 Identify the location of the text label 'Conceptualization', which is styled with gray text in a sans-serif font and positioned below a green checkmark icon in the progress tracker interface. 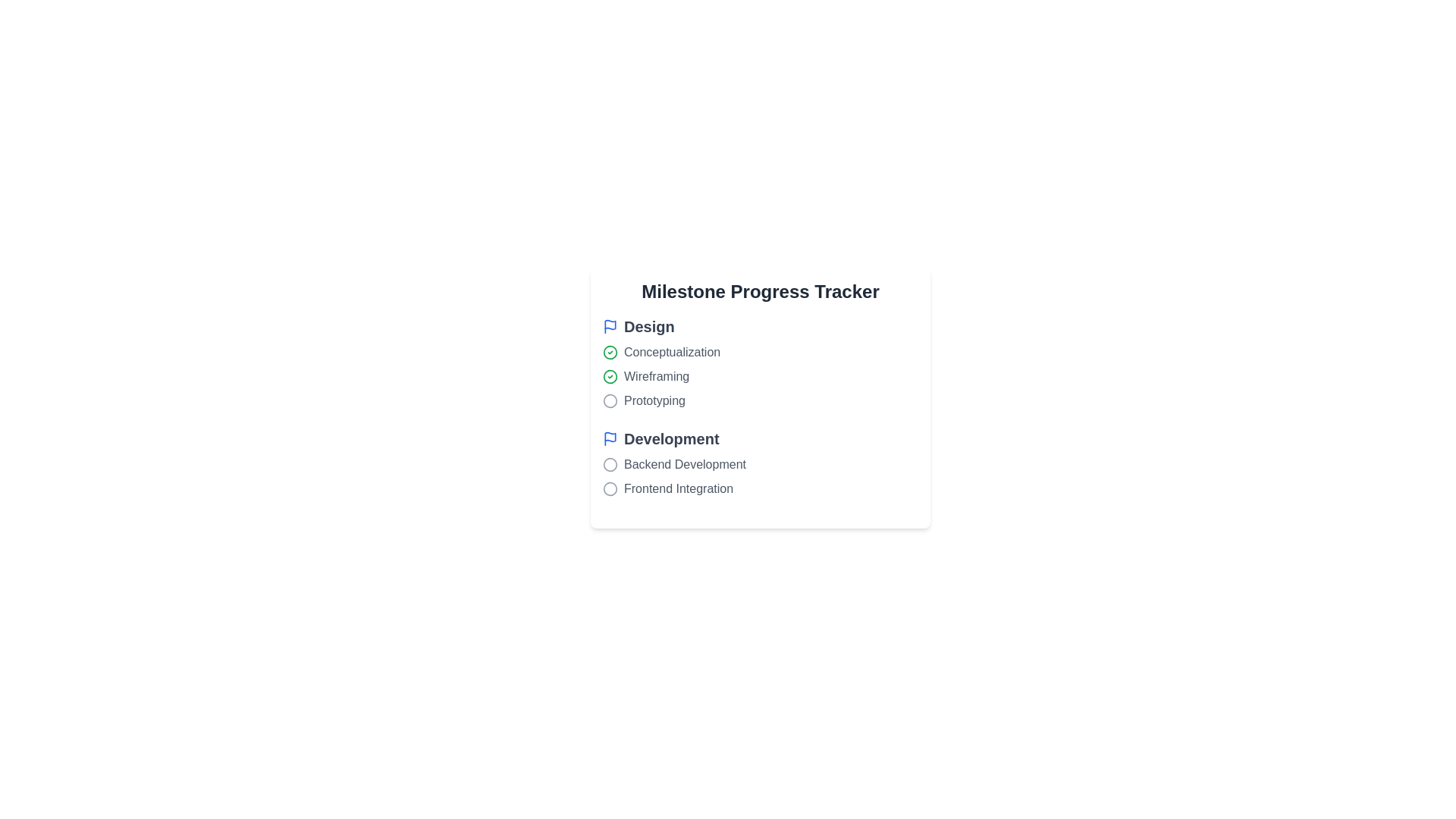
(671, 353).